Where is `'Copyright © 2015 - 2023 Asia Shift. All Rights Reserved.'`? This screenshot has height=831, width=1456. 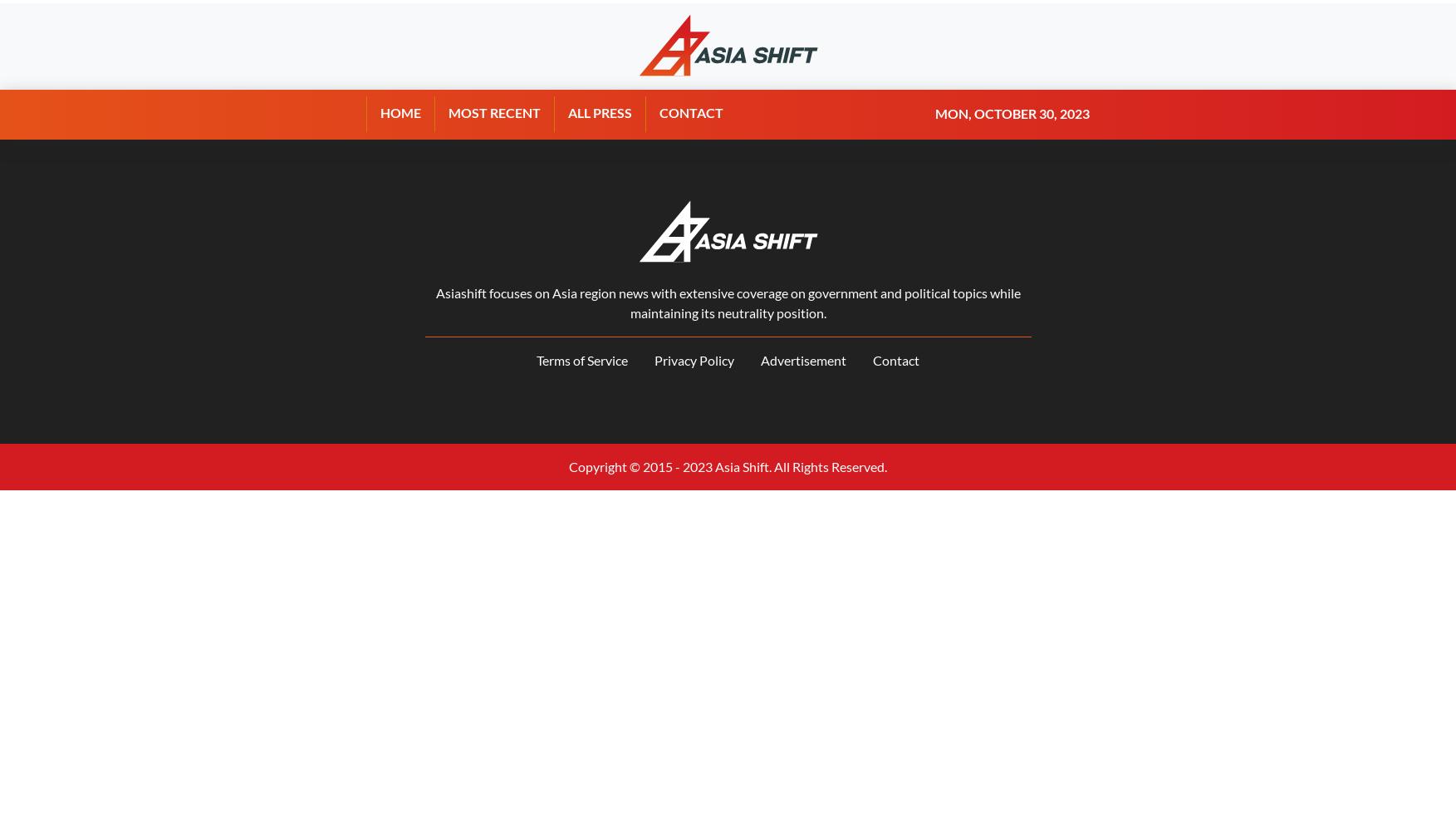
'Copyright © 2015 - 2023 Asia Shift. All Rights Reserved.' is located at coordinates (728, 466).